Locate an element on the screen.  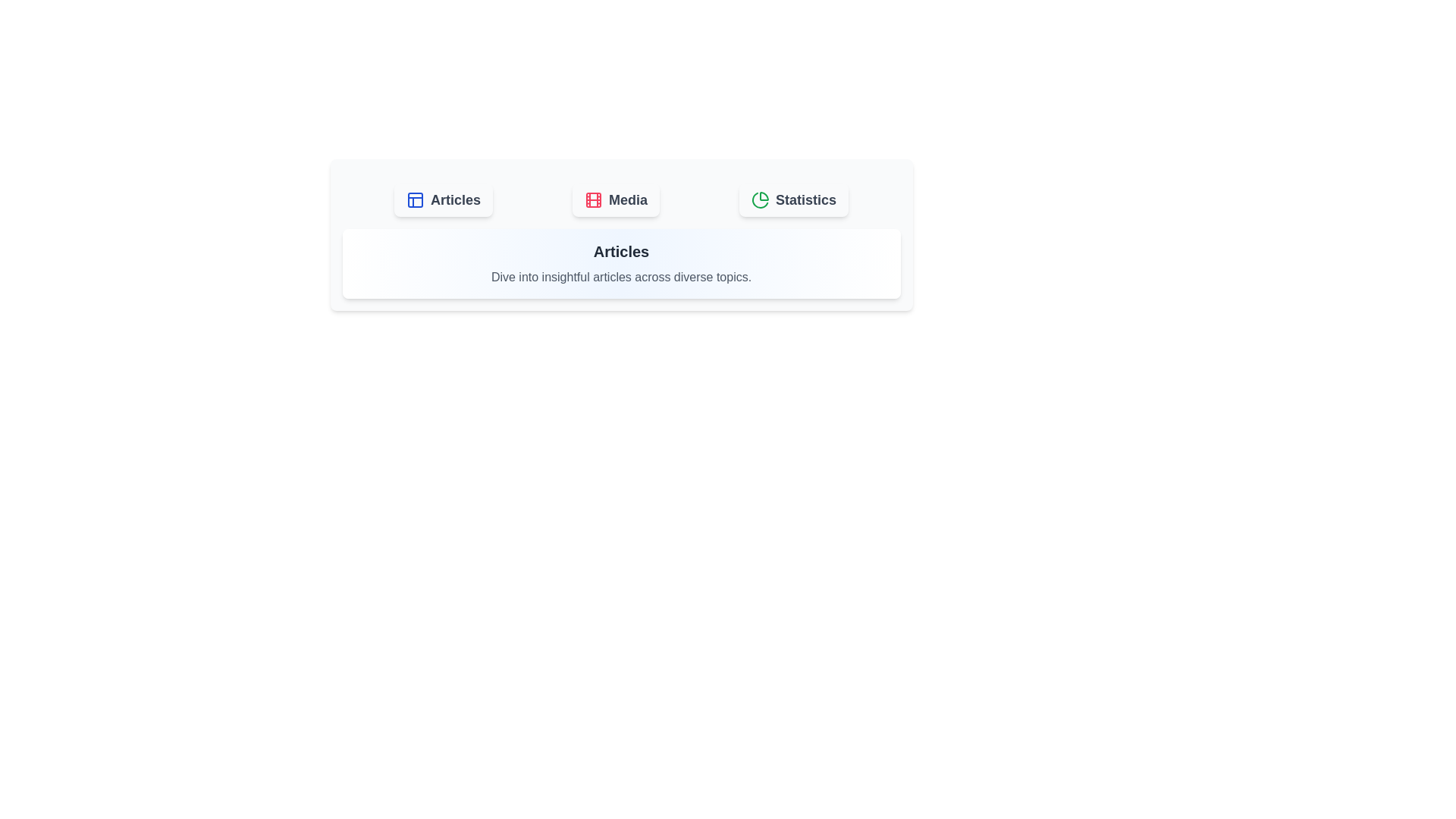
the Statistics tab to switch the displayed content is located at coordinates (792, 199).